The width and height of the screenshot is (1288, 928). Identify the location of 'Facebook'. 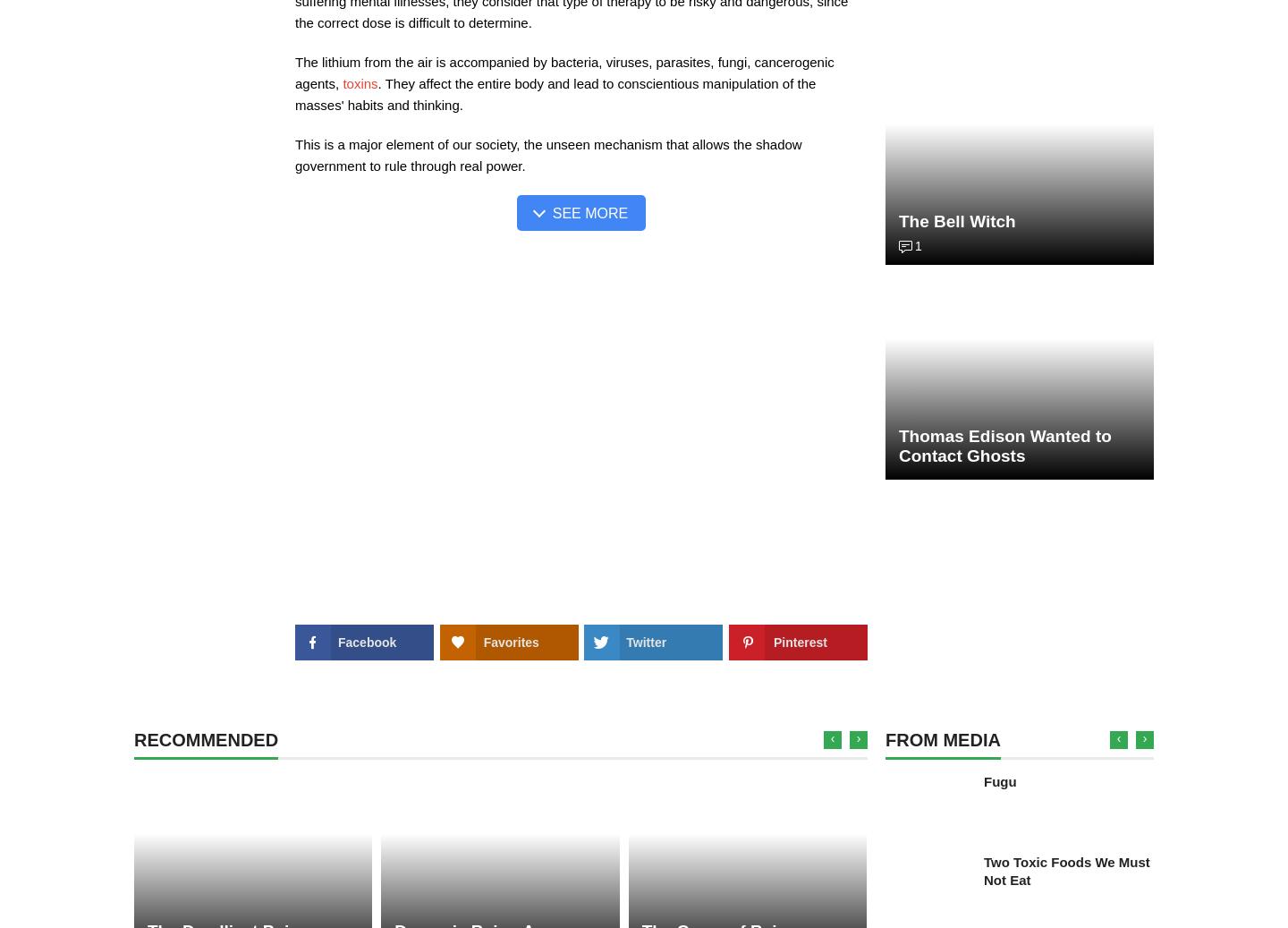
(366, 643).